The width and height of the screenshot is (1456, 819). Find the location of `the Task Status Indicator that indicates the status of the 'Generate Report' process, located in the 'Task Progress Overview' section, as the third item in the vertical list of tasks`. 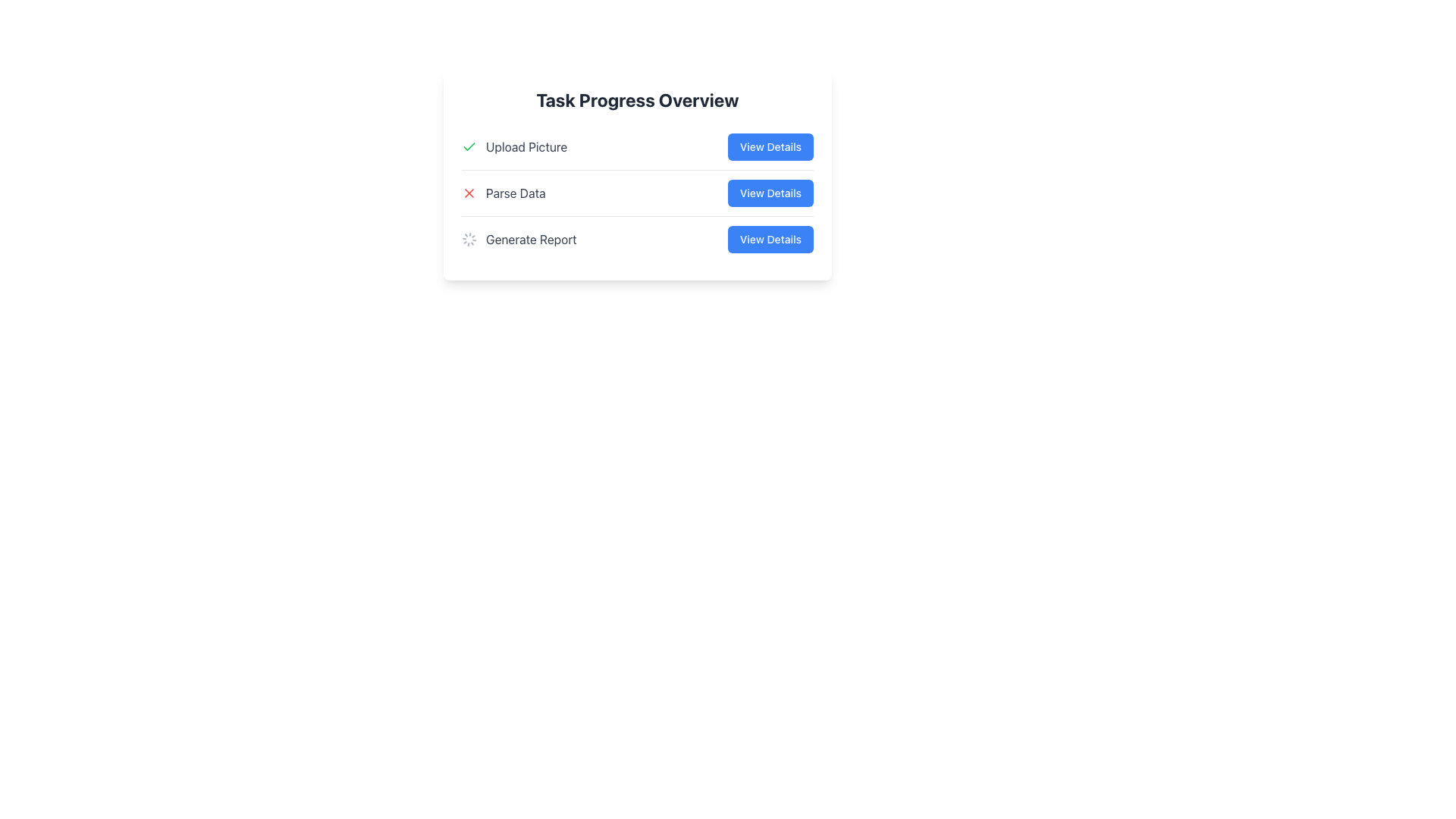

the Task Status Indicator that indicates the status of the 'Generate Report' process, located in the 'Task Progress Overview' section, as the third item in the vertical list of tasks is located at coordinates (519, 239).